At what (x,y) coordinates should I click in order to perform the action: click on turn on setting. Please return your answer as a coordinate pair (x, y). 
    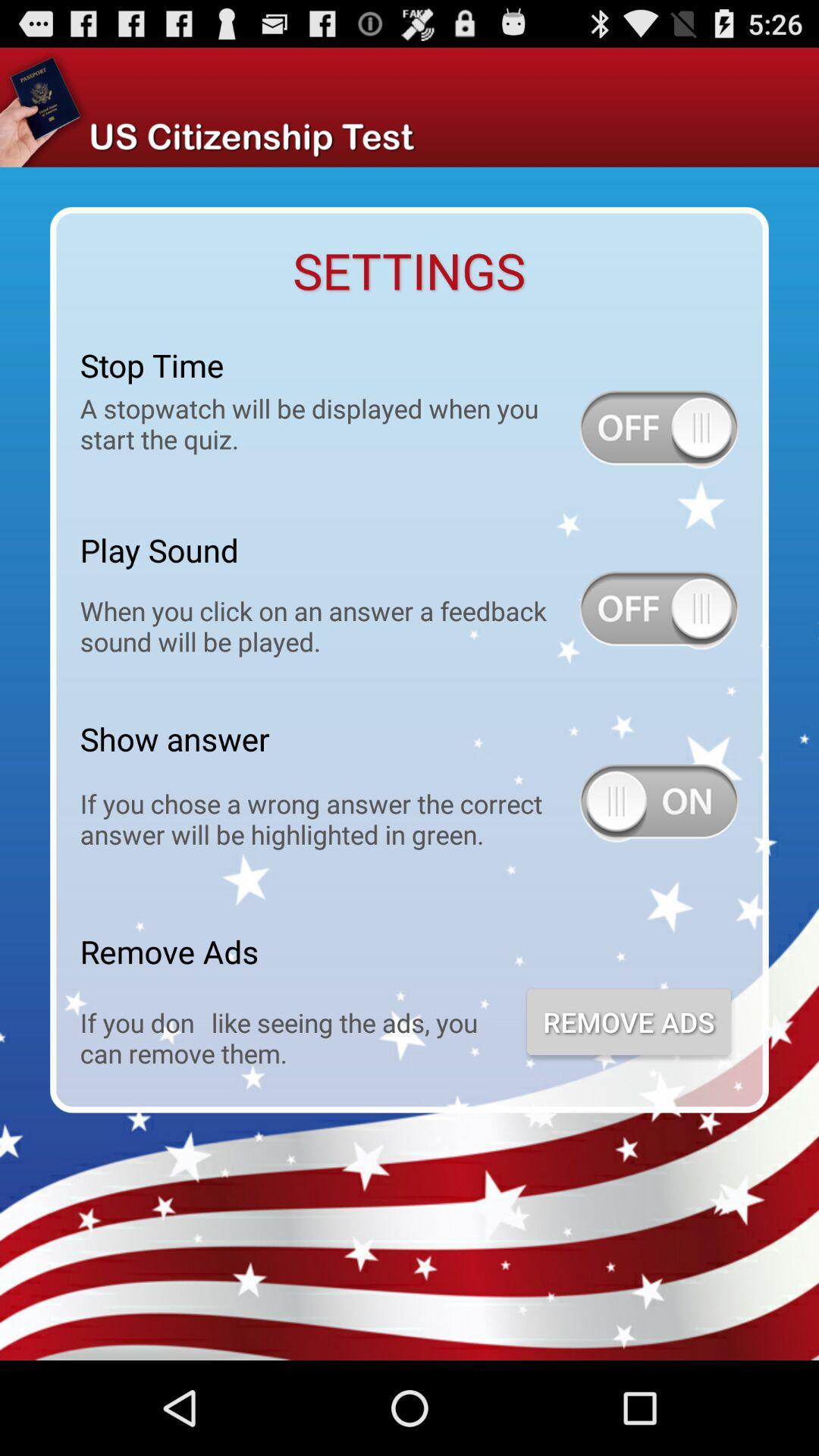
    Looking at the image, I should click on (658, 428).